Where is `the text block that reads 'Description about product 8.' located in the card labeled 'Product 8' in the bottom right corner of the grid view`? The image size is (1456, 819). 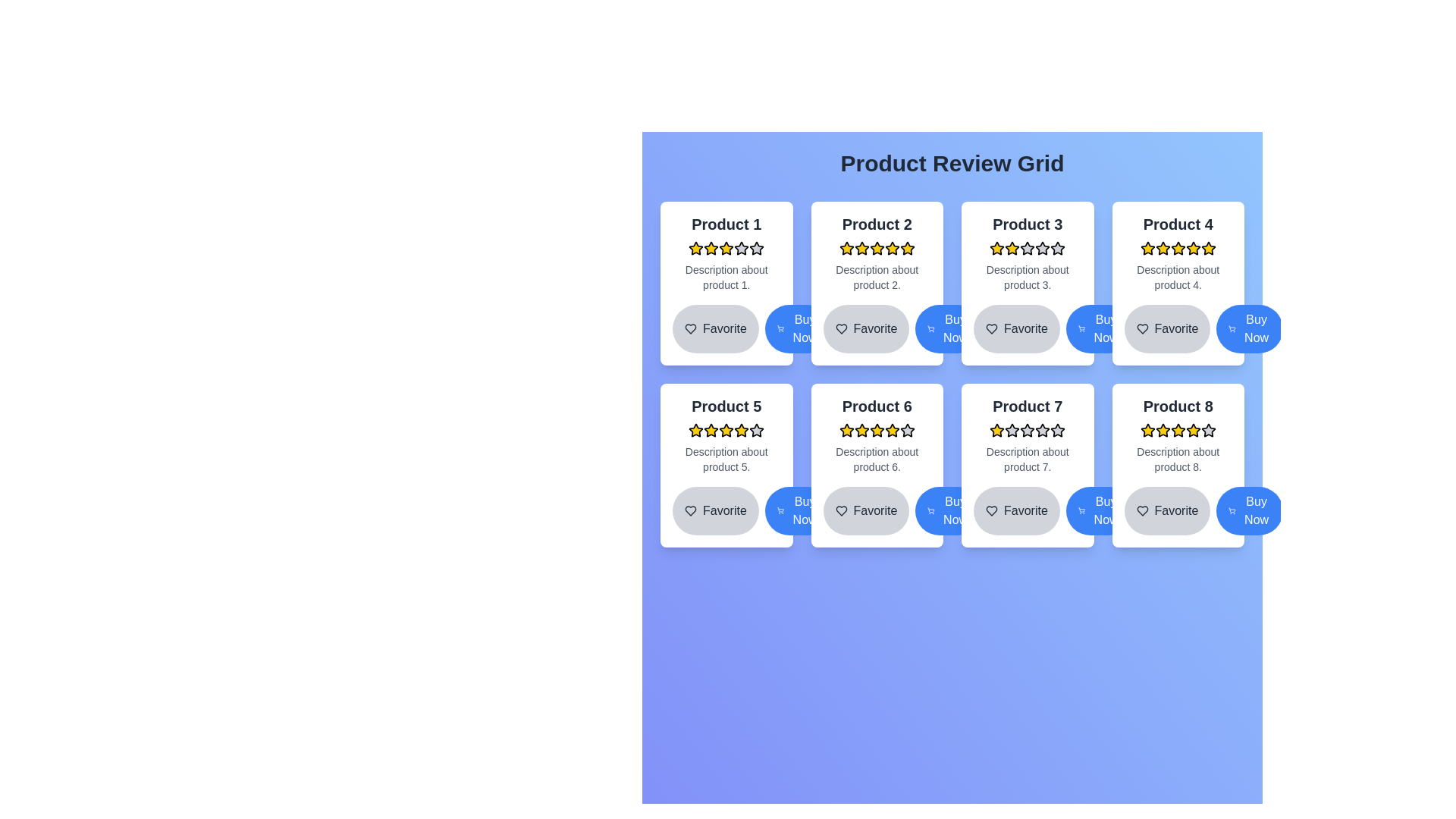 the text block that reads 'Description about product 8.' located in the card labeled 'Product 8' in the bottom right corner of the grid view is located at coordinates (1177, 458).